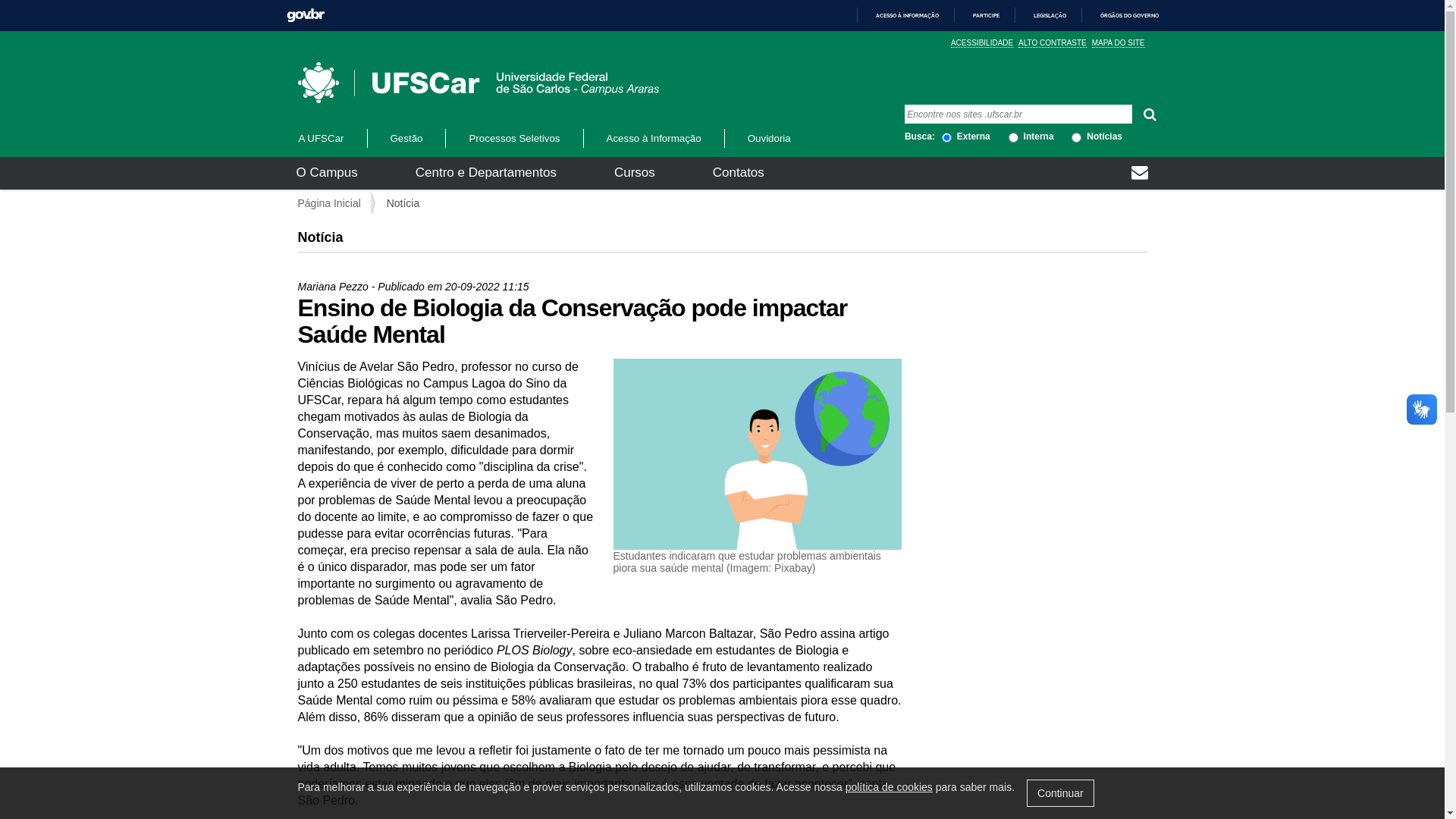 The width and height of the screenshot is (1456, 819). I want to click on 'O Campus', so click(325, 171).